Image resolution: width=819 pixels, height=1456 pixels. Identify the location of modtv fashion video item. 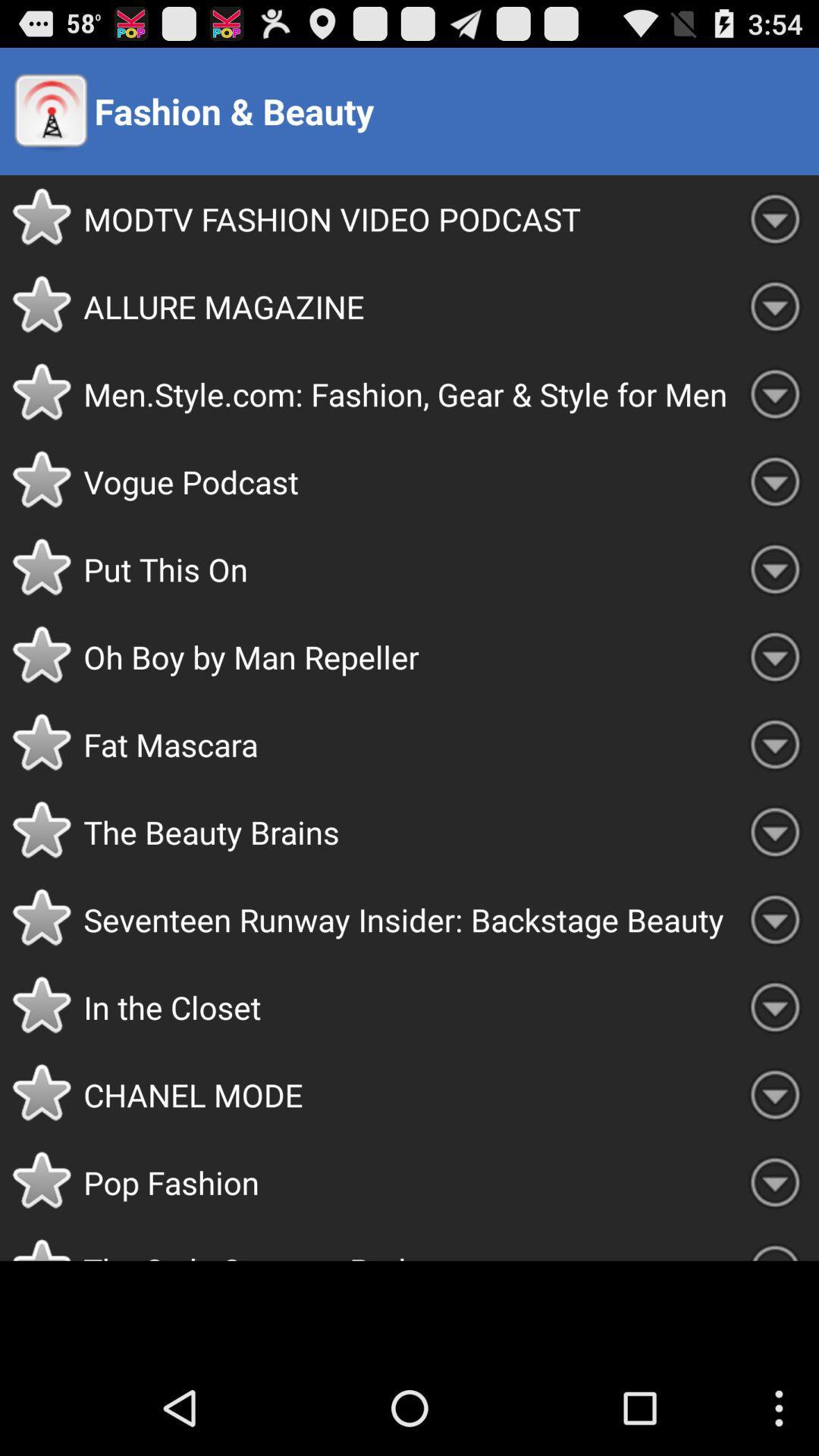
(406, 218).